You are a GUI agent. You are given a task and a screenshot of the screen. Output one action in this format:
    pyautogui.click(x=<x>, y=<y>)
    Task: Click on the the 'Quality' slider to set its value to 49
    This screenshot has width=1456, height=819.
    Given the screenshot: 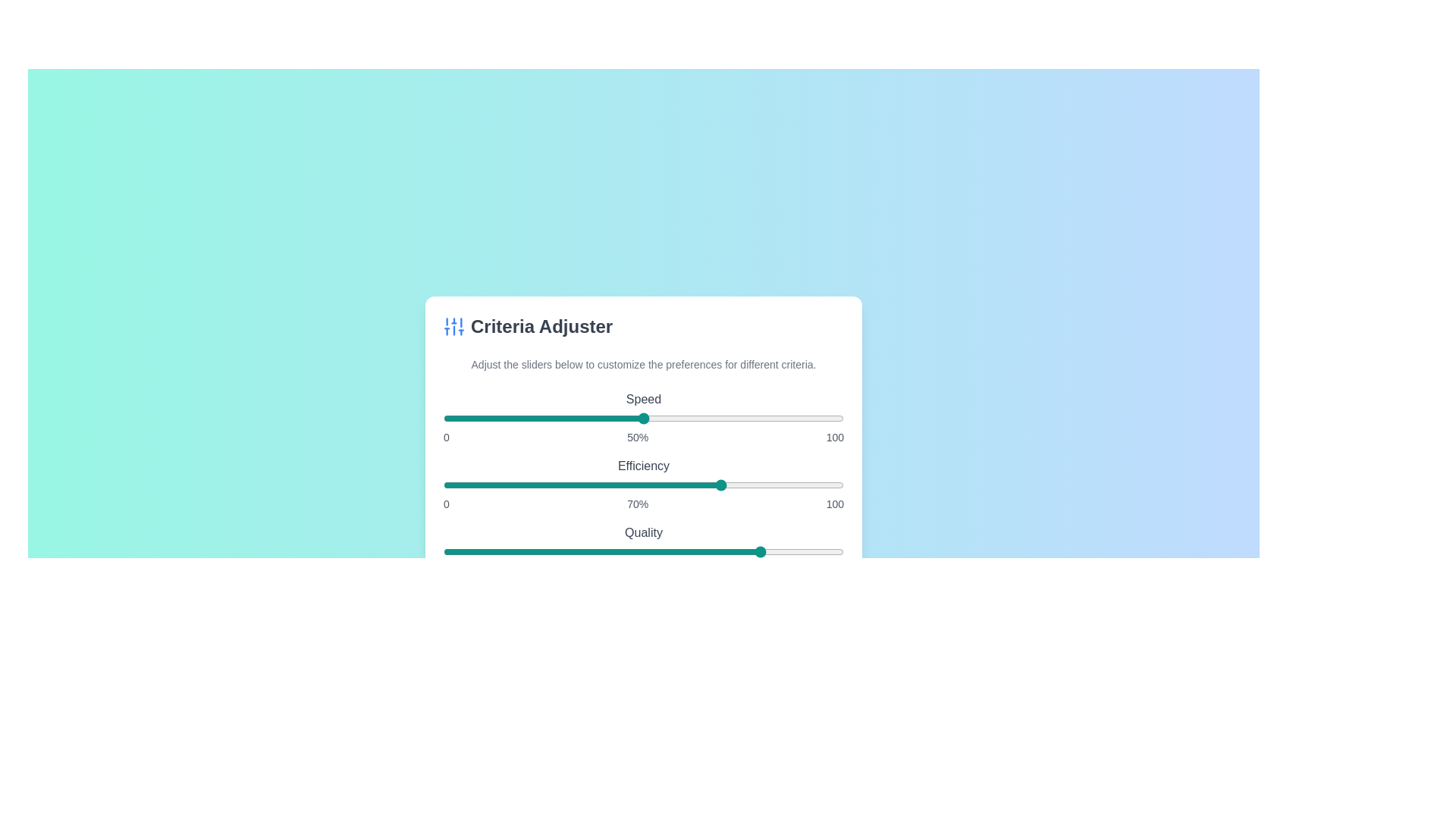 What is the action you would take?
    pyautogui.click(x=639, y=552)
    